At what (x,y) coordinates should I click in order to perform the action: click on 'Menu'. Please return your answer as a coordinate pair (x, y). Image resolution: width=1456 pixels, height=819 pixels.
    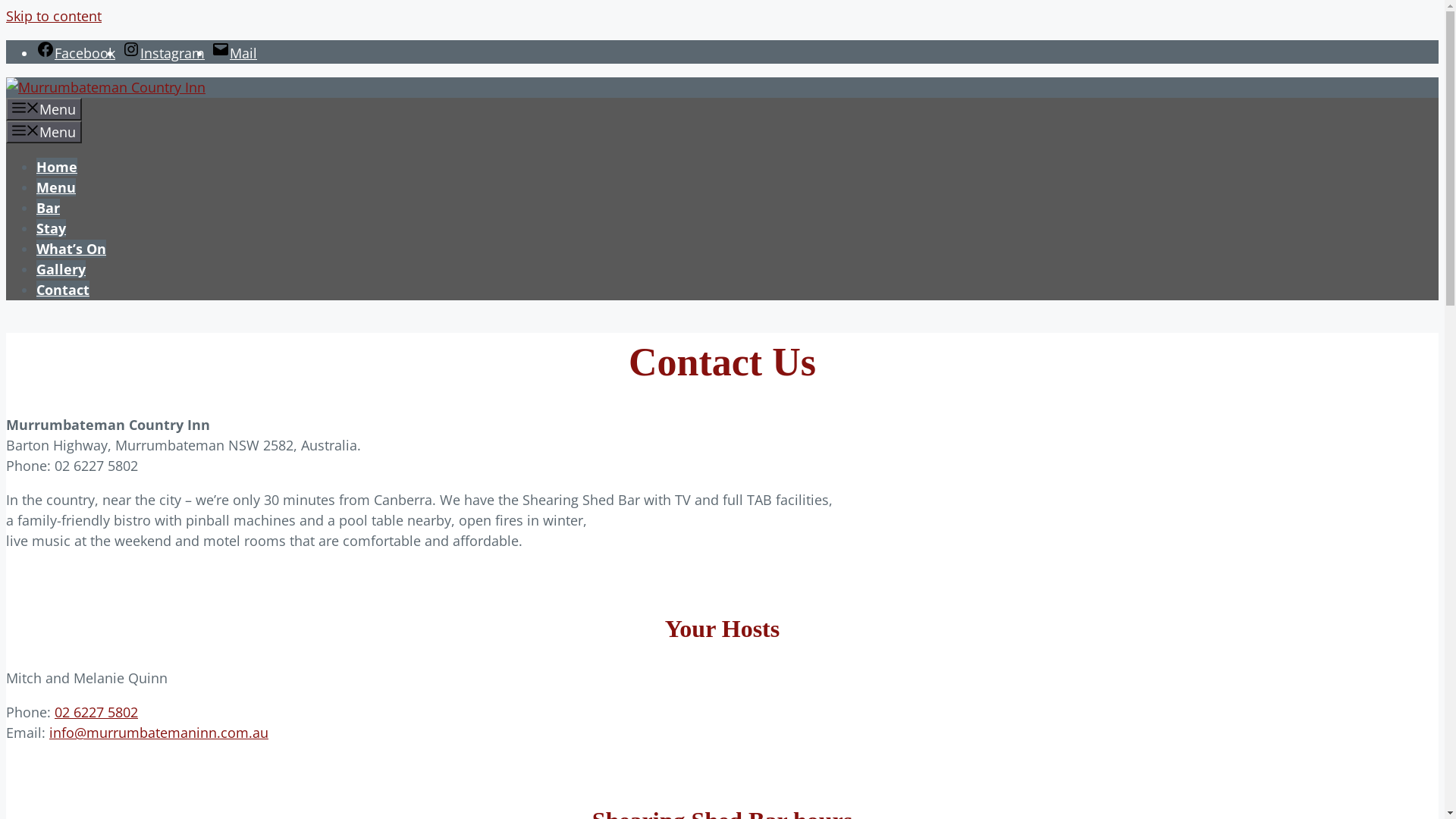
    Looking at the image, I should click on (43, 130).